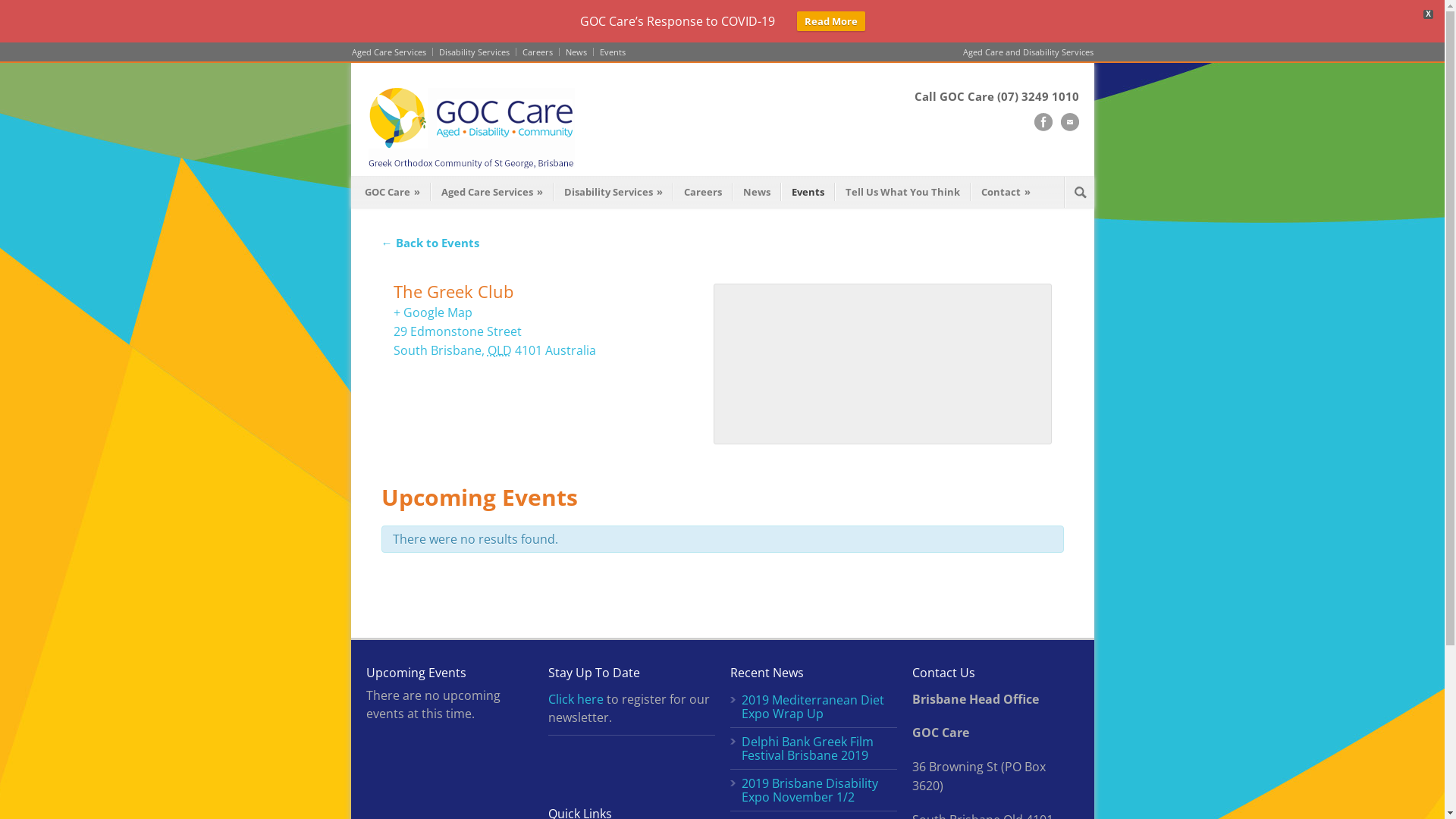  Describe the element at coordinates (701, 191) in the screenshot. I see `'Careers'` at that location.